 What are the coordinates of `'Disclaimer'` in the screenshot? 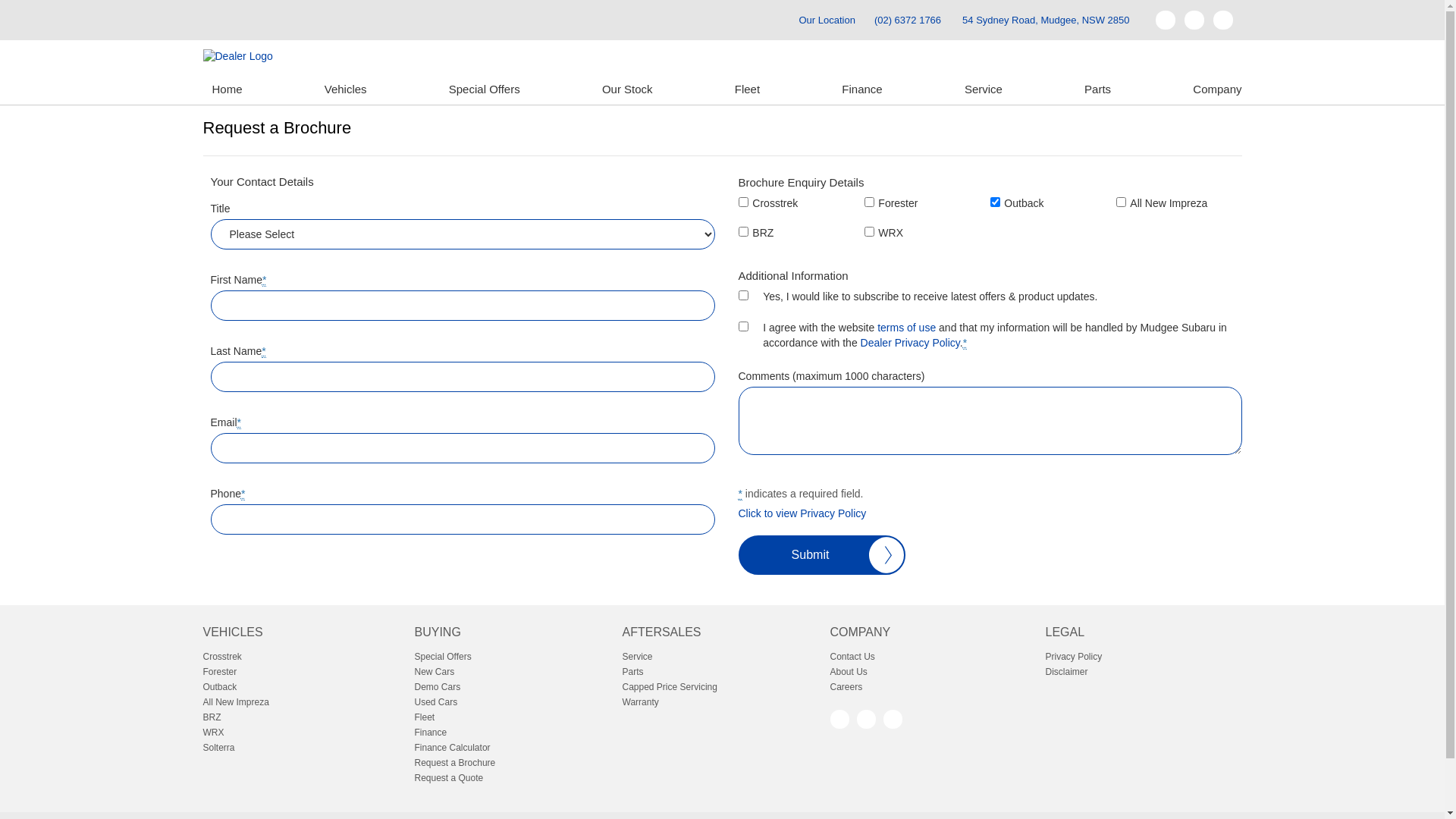 It's located at (1043, 671).